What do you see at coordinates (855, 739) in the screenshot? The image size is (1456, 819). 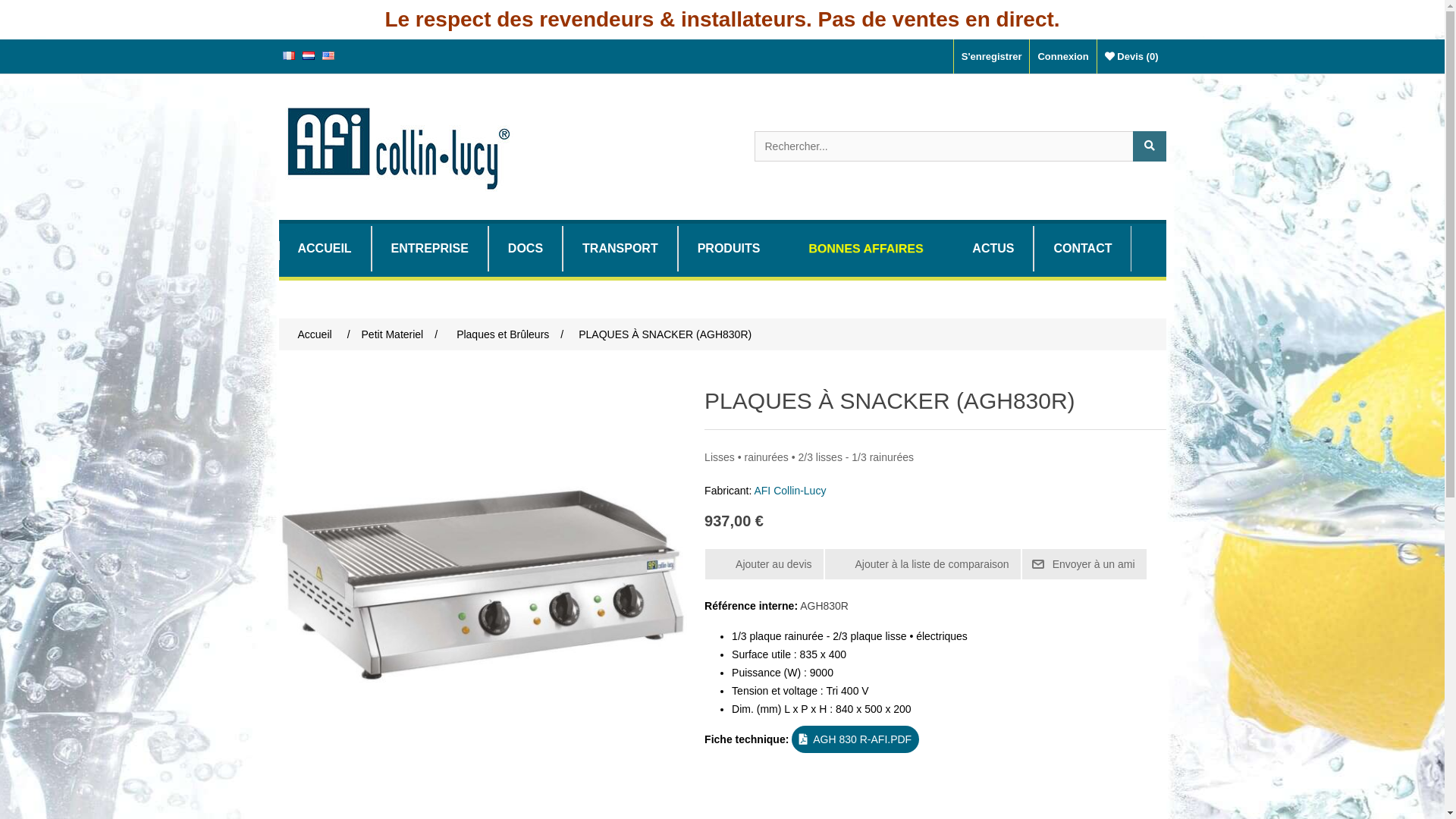 I see `'  AGH 830 R-AFI.PDF'` at bounding box center [855, 739].